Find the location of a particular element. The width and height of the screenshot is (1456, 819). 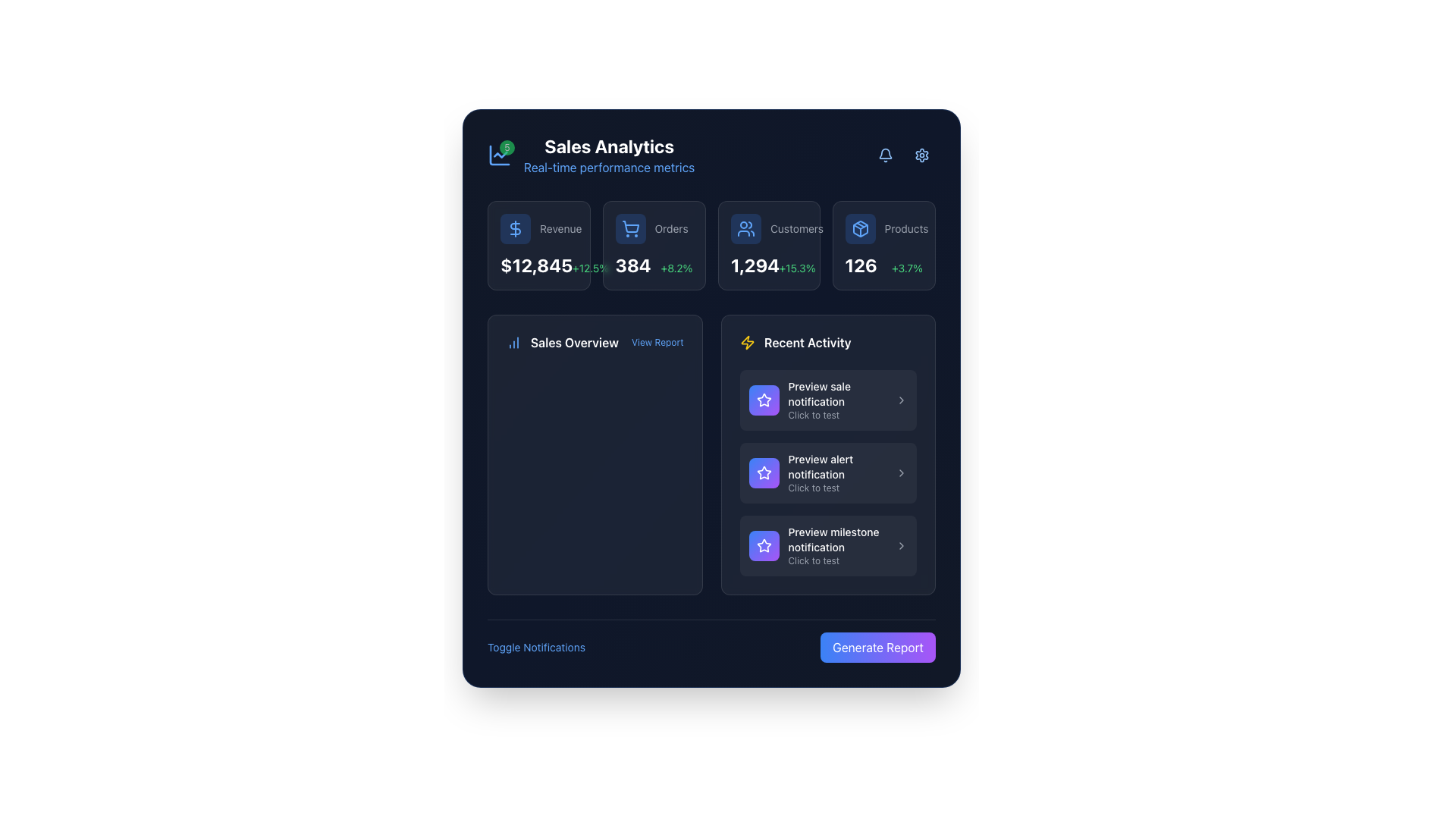

the star icon located in the 'Recent Activity' section, which is directly to the left of the text 'Preview milestone notification', to potentially interact with it is located at coordinates (764, 399).